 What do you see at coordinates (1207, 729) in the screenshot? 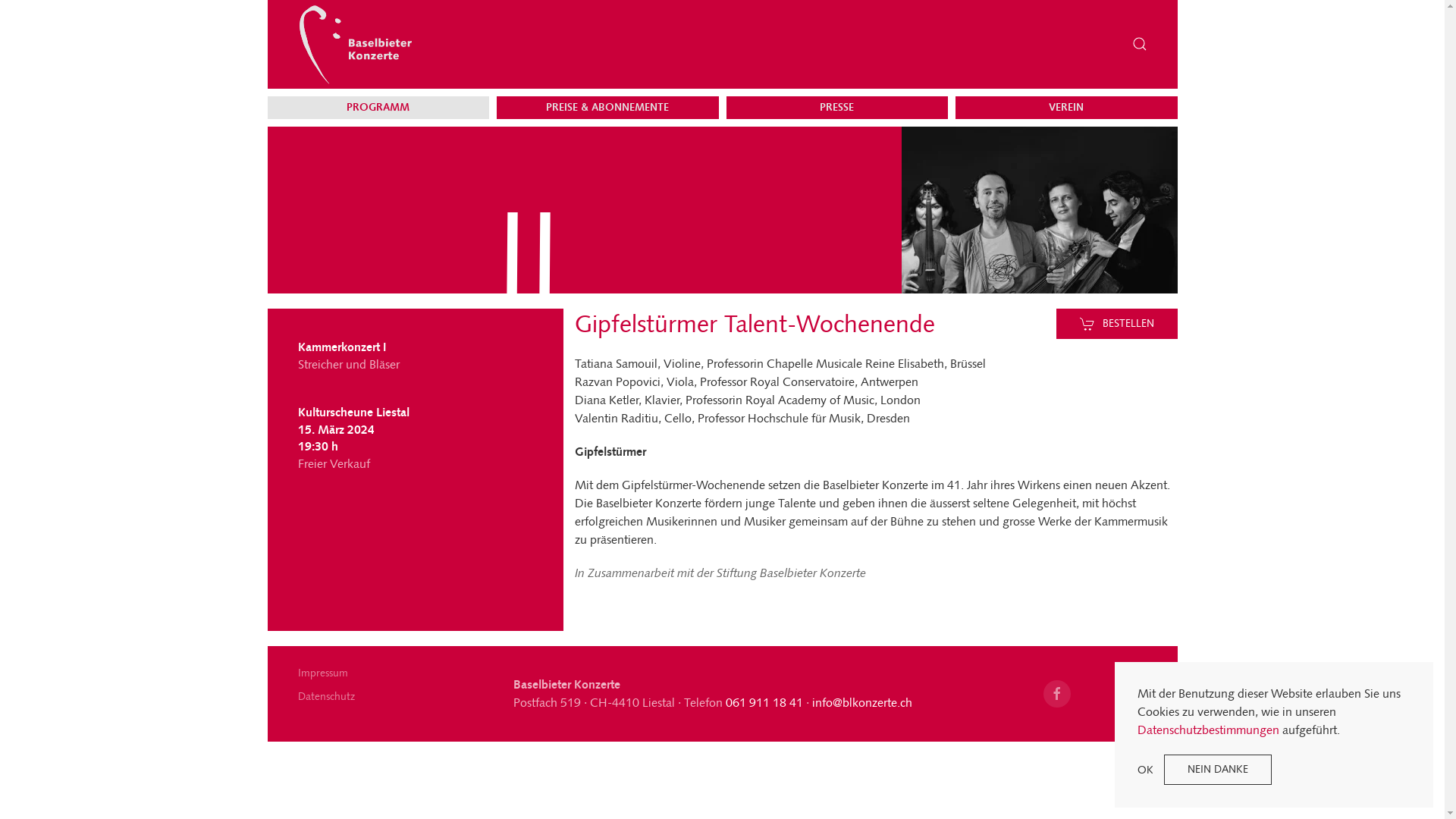
I see `'Datenschutzbestimmungen'` at bounding box center [1207, 729].